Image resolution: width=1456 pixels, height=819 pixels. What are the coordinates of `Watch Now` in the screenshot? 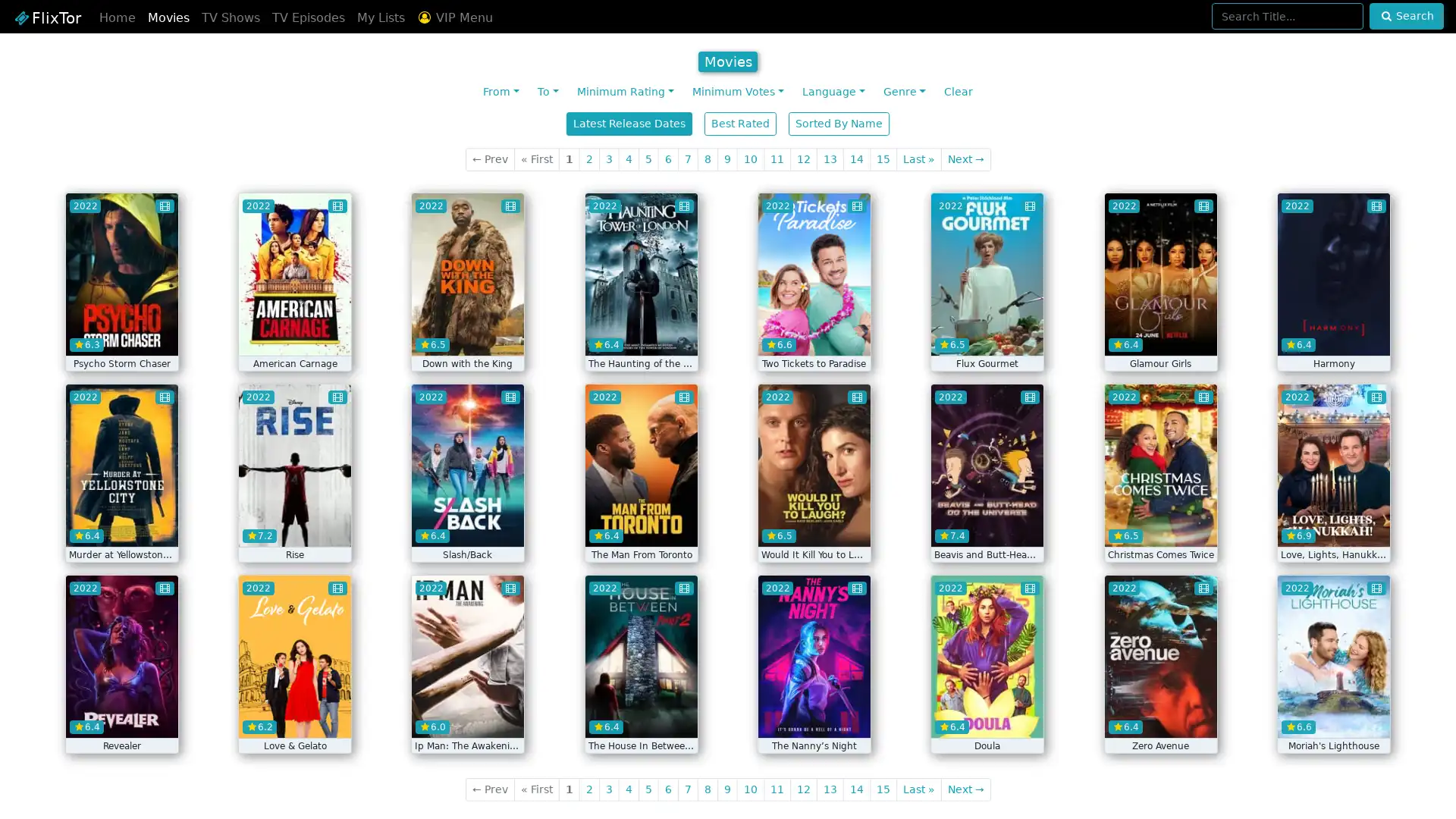 It's located at (641, 716).